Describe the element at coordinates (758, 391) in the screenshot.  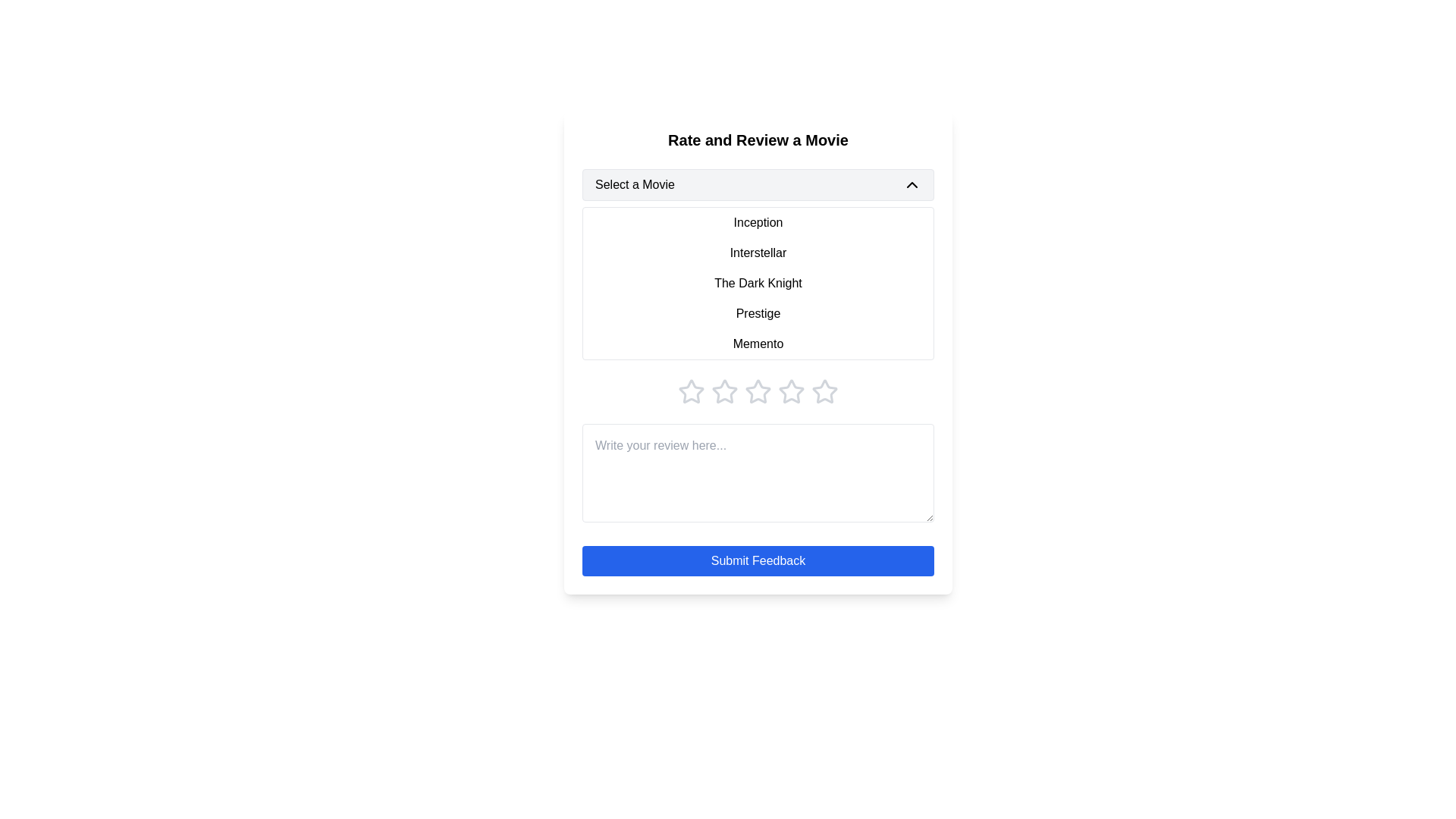
I see `keyboard navigation` at that location.